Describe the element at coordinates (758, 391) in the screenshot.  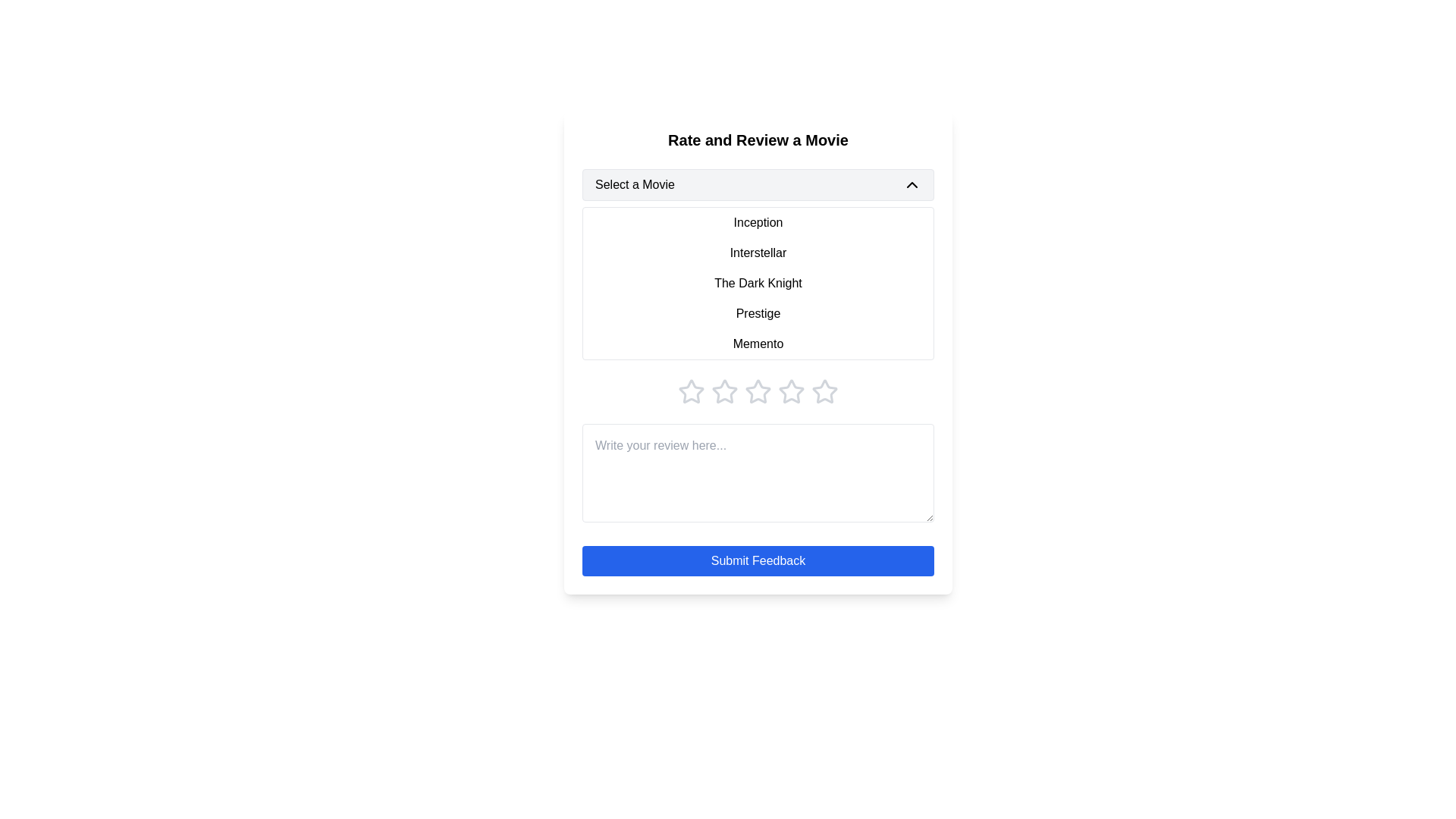
I see `keyboard navigation` at that location.